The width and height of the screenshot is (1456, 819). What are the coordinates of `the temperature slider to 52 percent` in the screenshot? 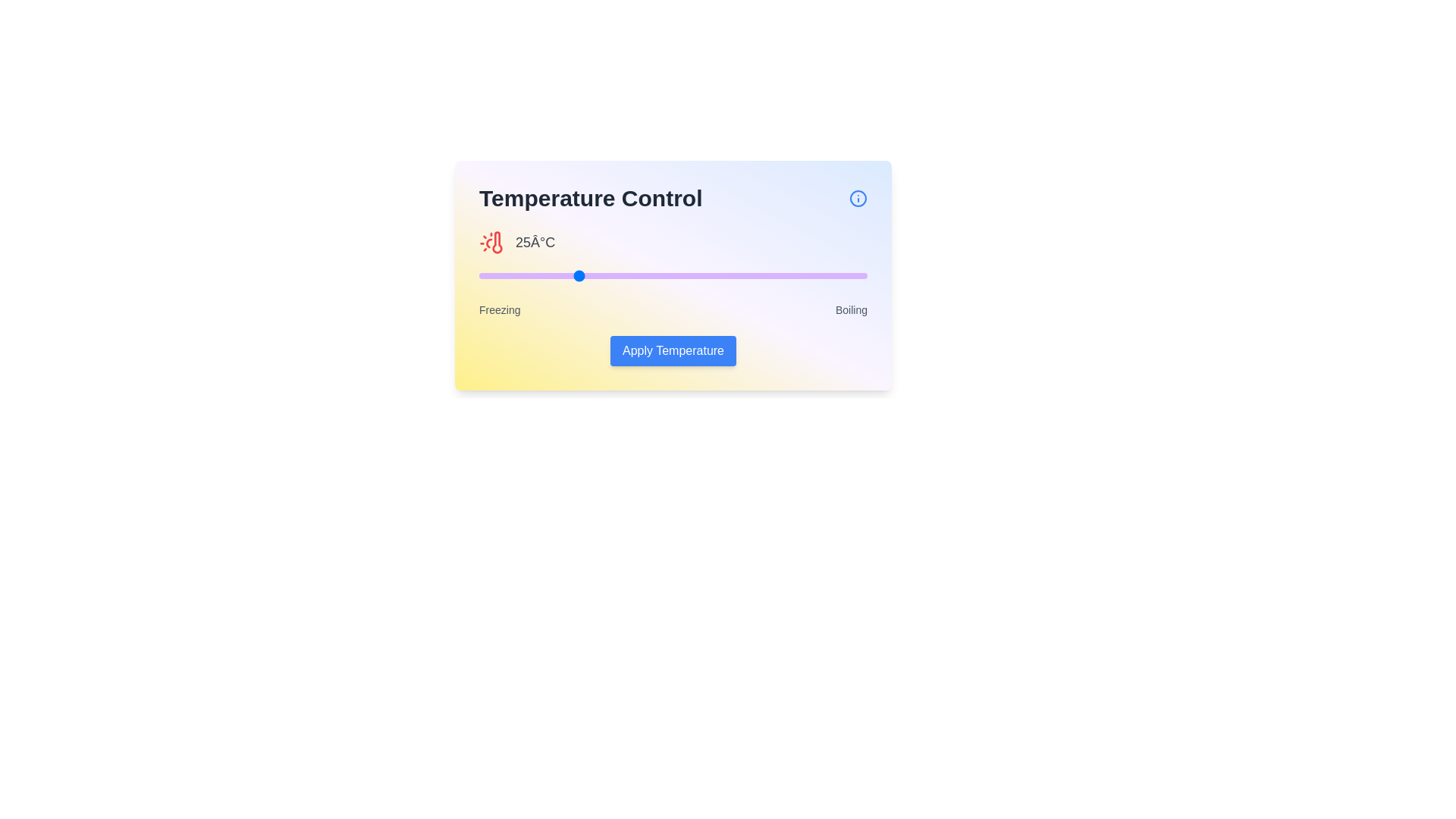 It's located at (680, 275).